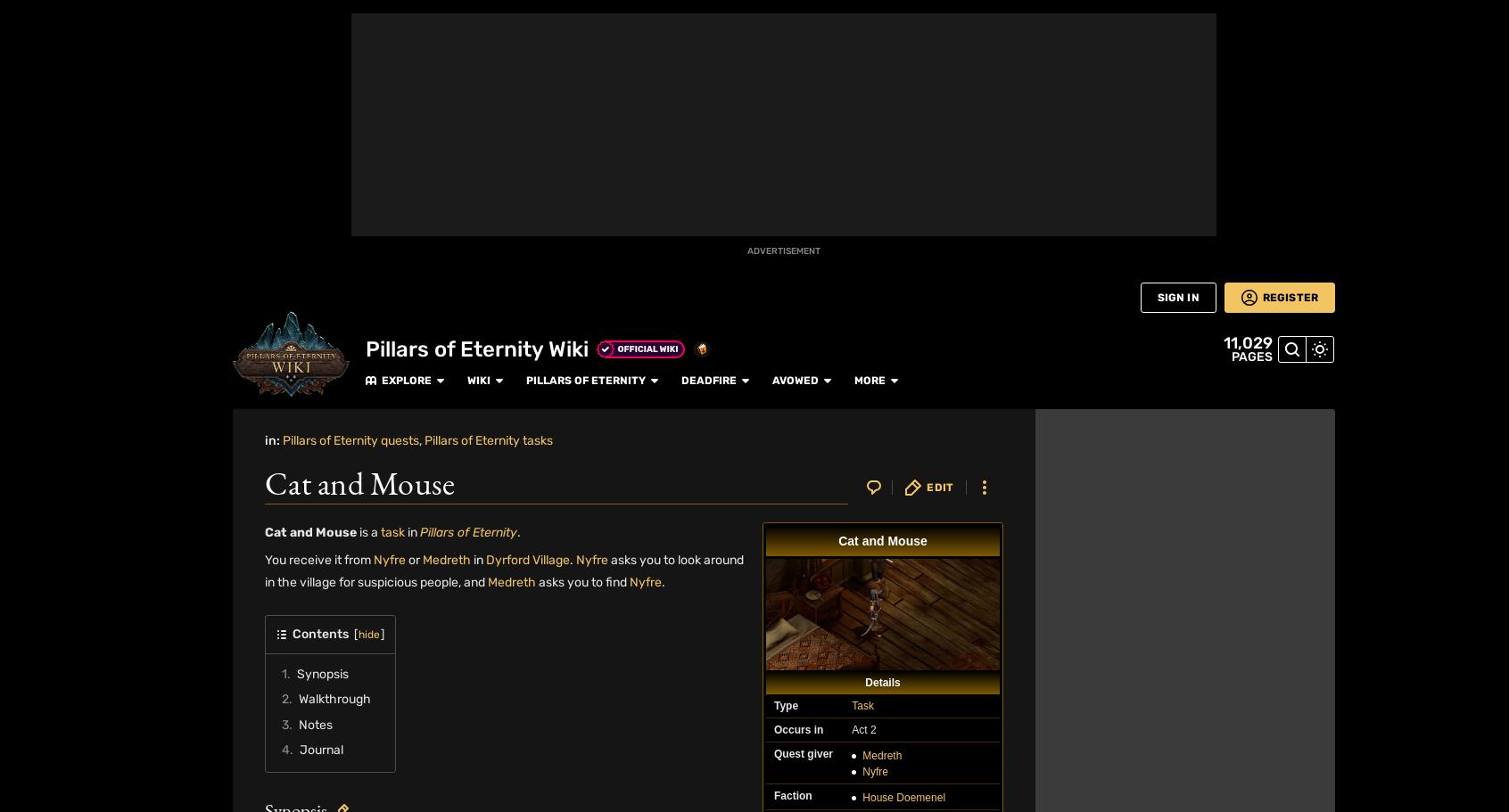 Image resolution: width=1509 pixels, height=812 pixels. Describe the element at coordinates (10, 639) in the screenshot. I see `'Start a Wiki'` at that location.